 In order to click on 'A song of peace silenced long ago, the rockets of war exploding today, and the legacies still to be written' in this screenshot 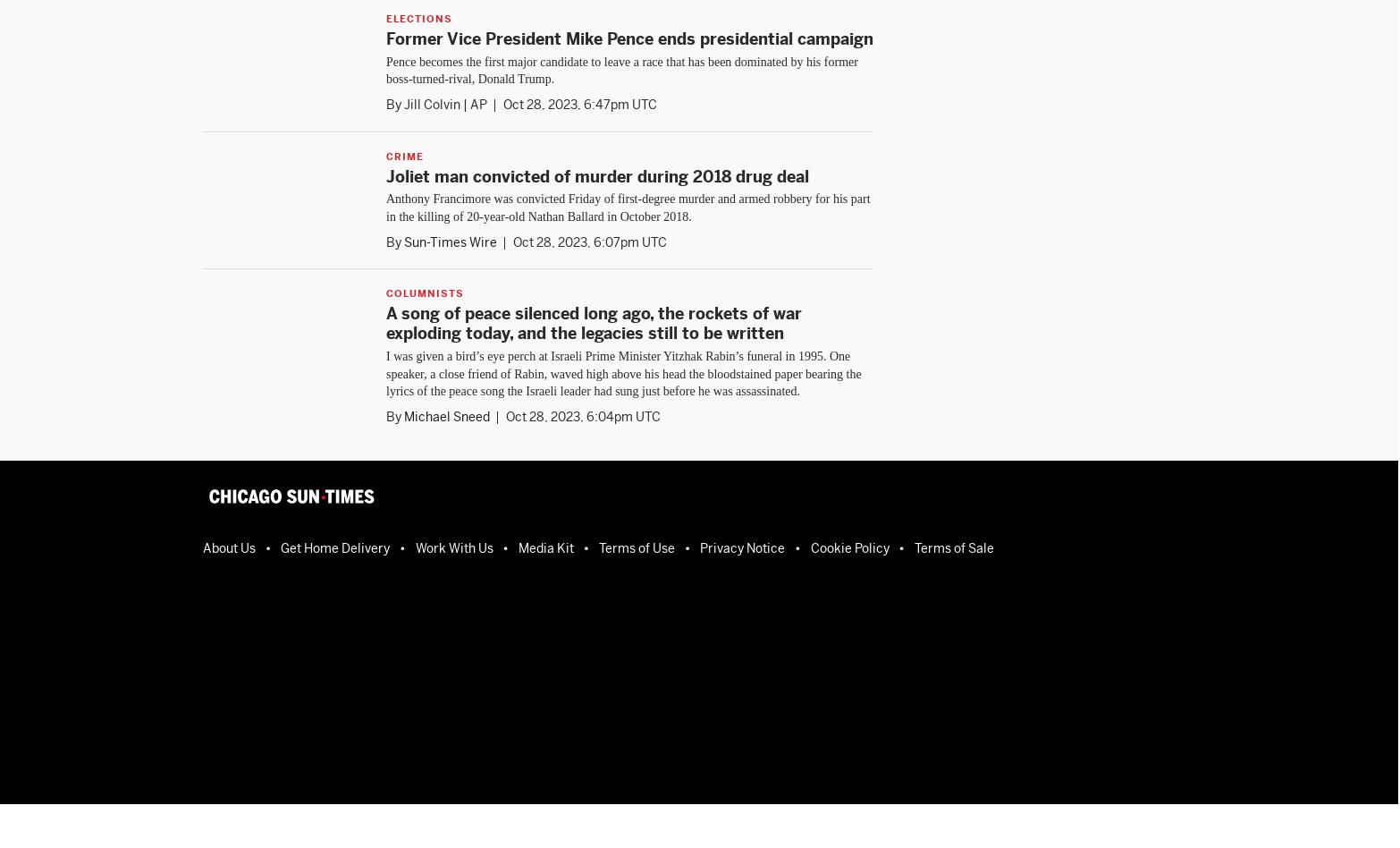, I will do `click(593, 322)`.